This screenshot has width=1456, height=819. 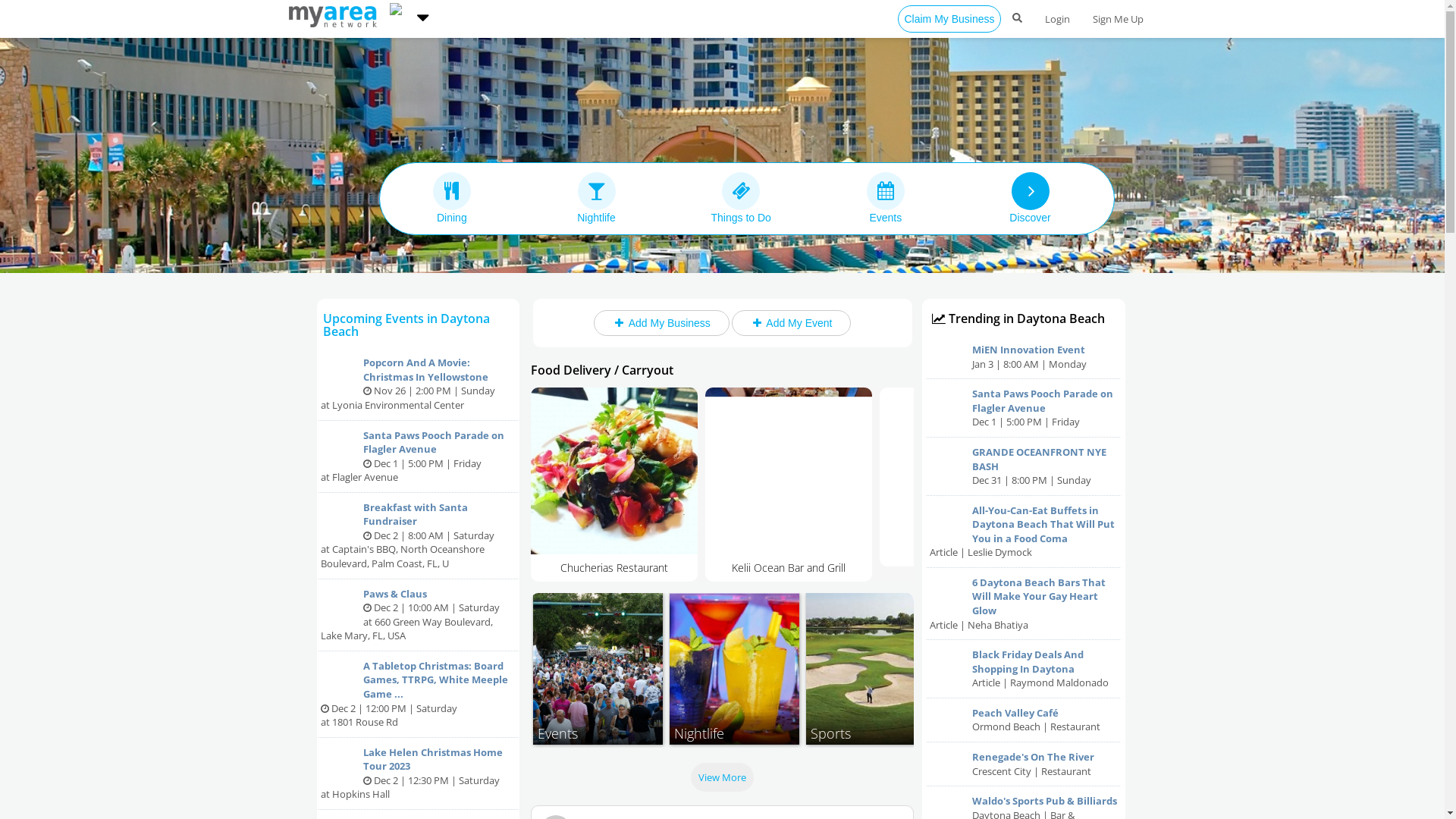 What do you see at coordinates (1118, 18) in the screenshot?
I see `'Sign Me Up'` at bounding box center [1118, 18].